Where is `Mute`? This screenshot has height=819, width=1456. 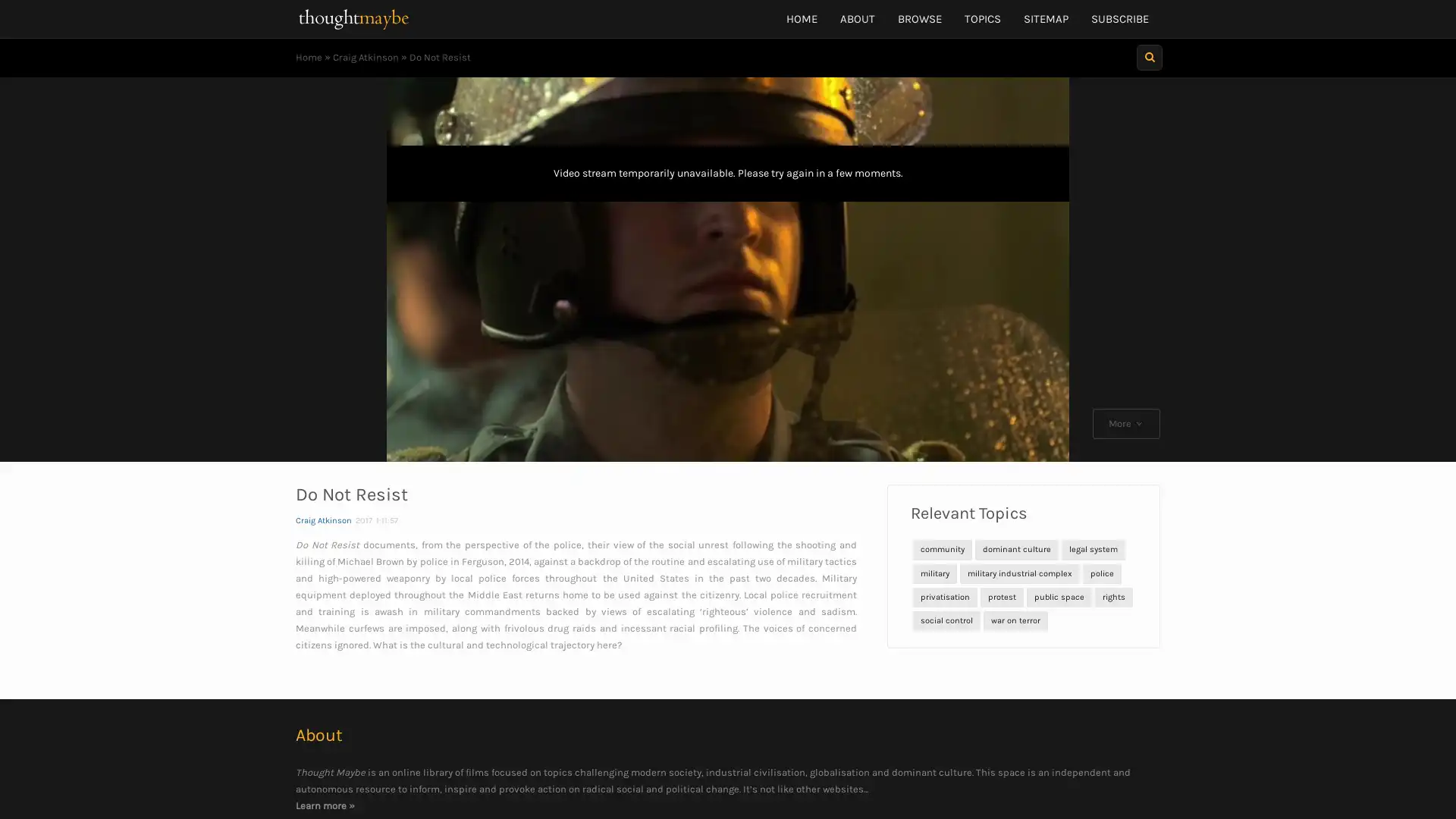 Mute is located at coordinates (1025, 446).